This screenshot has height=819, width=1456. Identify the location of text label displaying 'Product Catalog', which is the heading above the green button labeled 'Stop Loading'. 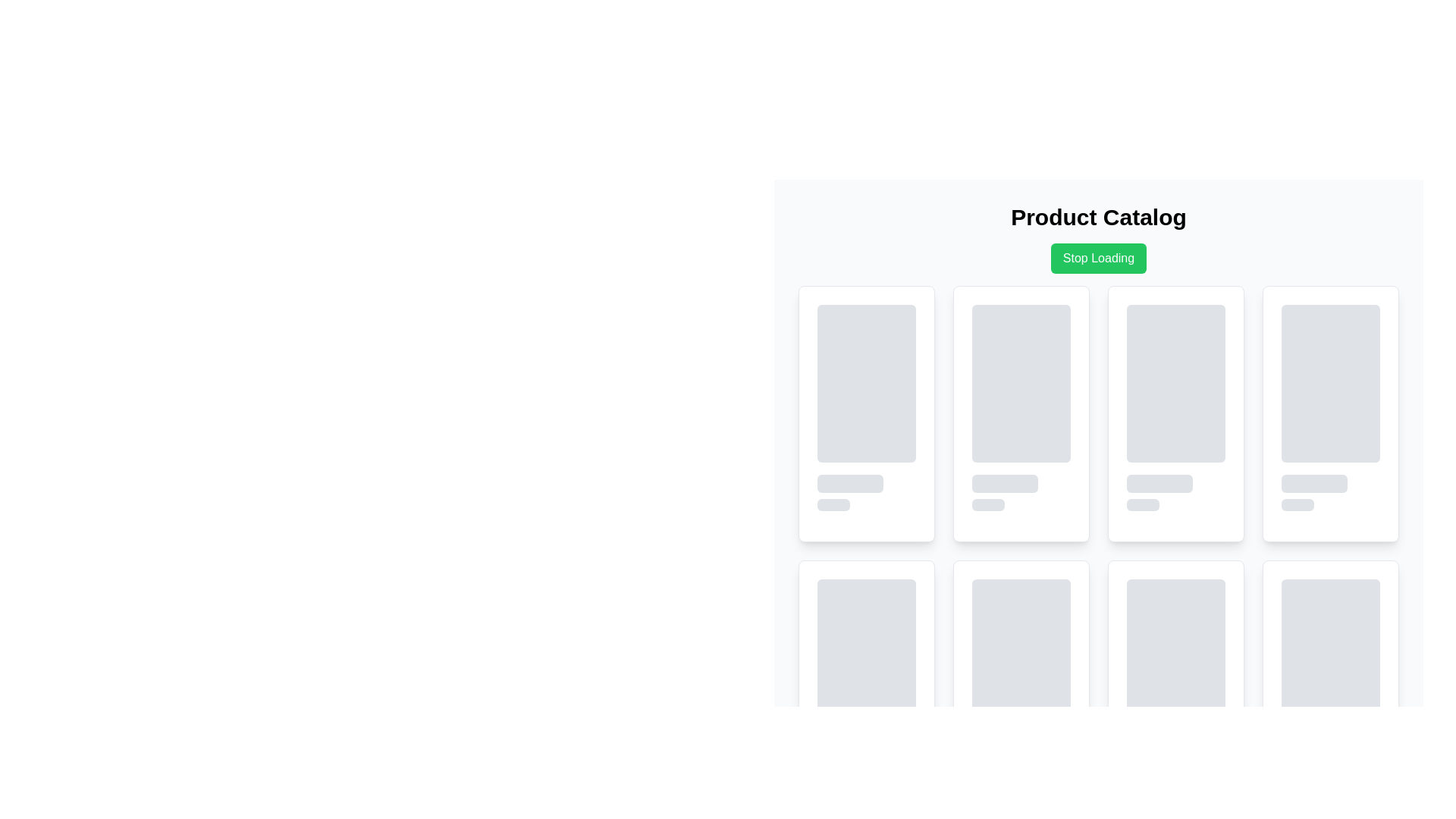
(1099, 217).